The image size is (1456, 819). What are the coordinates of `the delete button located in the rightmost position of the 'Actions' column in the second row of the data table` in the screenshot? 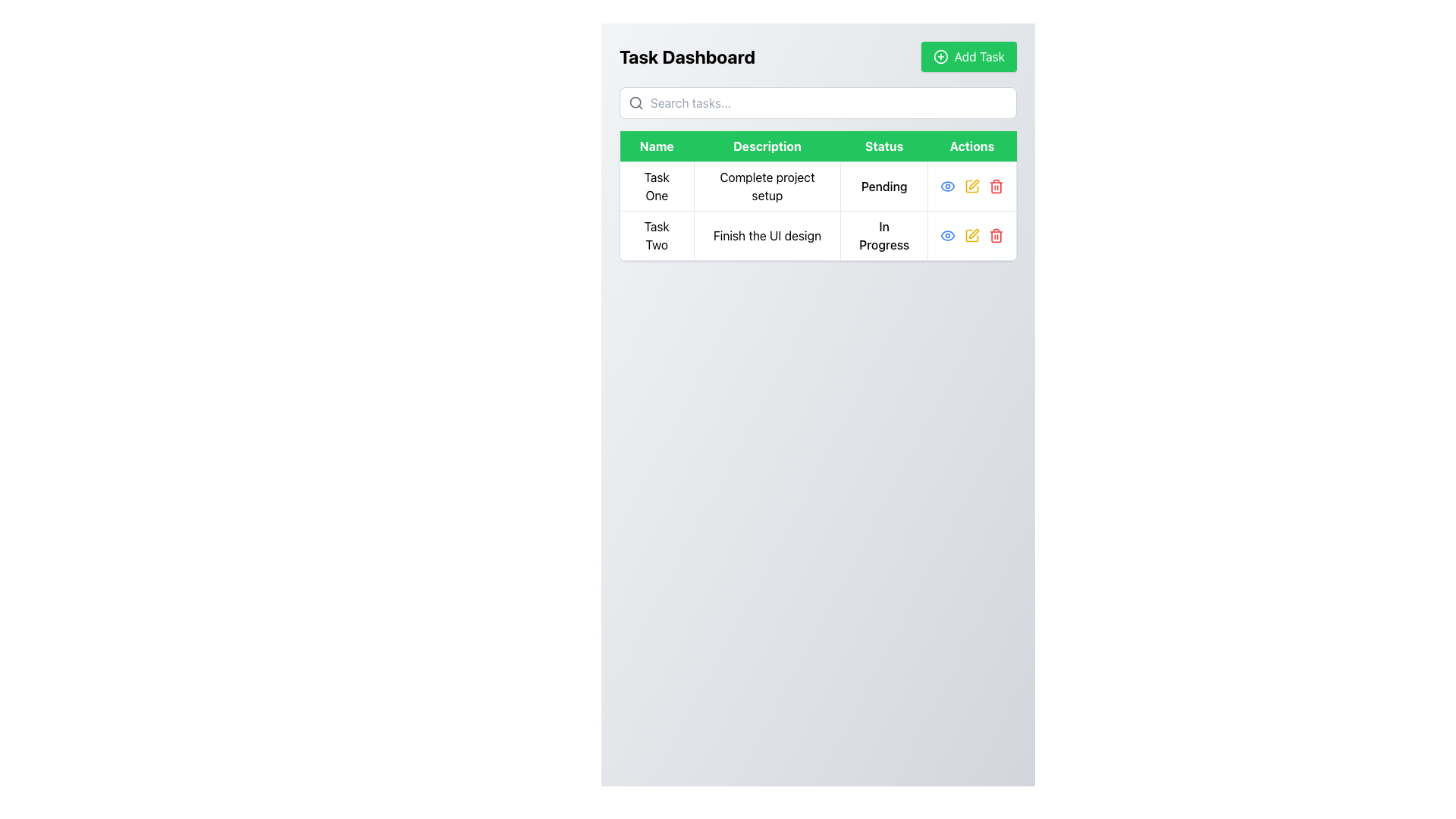 It's located at (996, 236).